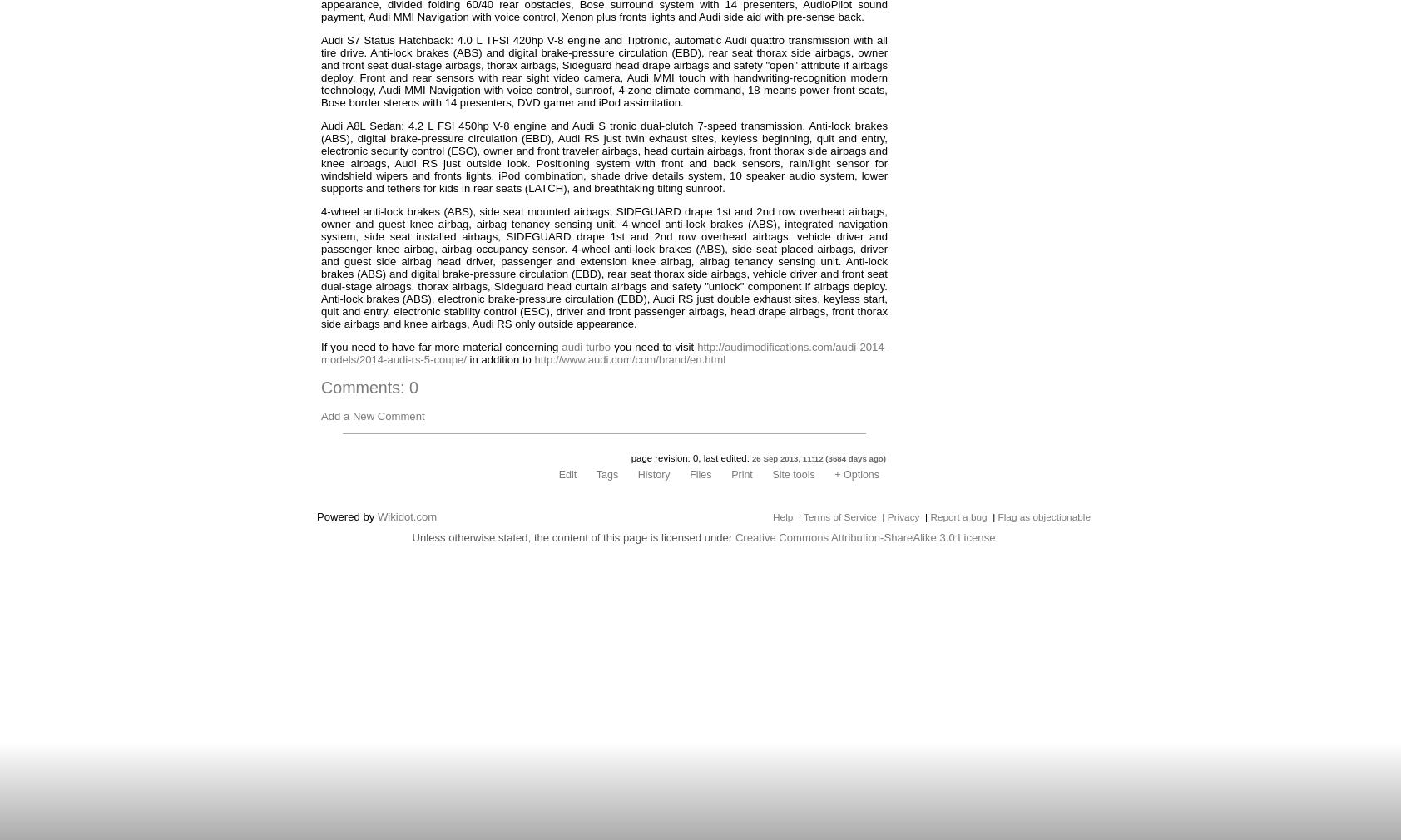 Image resolution: width=1401 pixels, height=840 pixels. What do you see at coordinates (629, 359) in the screenshot?
I see `'http://www.audi.com/com/brand/en.html'` at bounding box center [629, 359].